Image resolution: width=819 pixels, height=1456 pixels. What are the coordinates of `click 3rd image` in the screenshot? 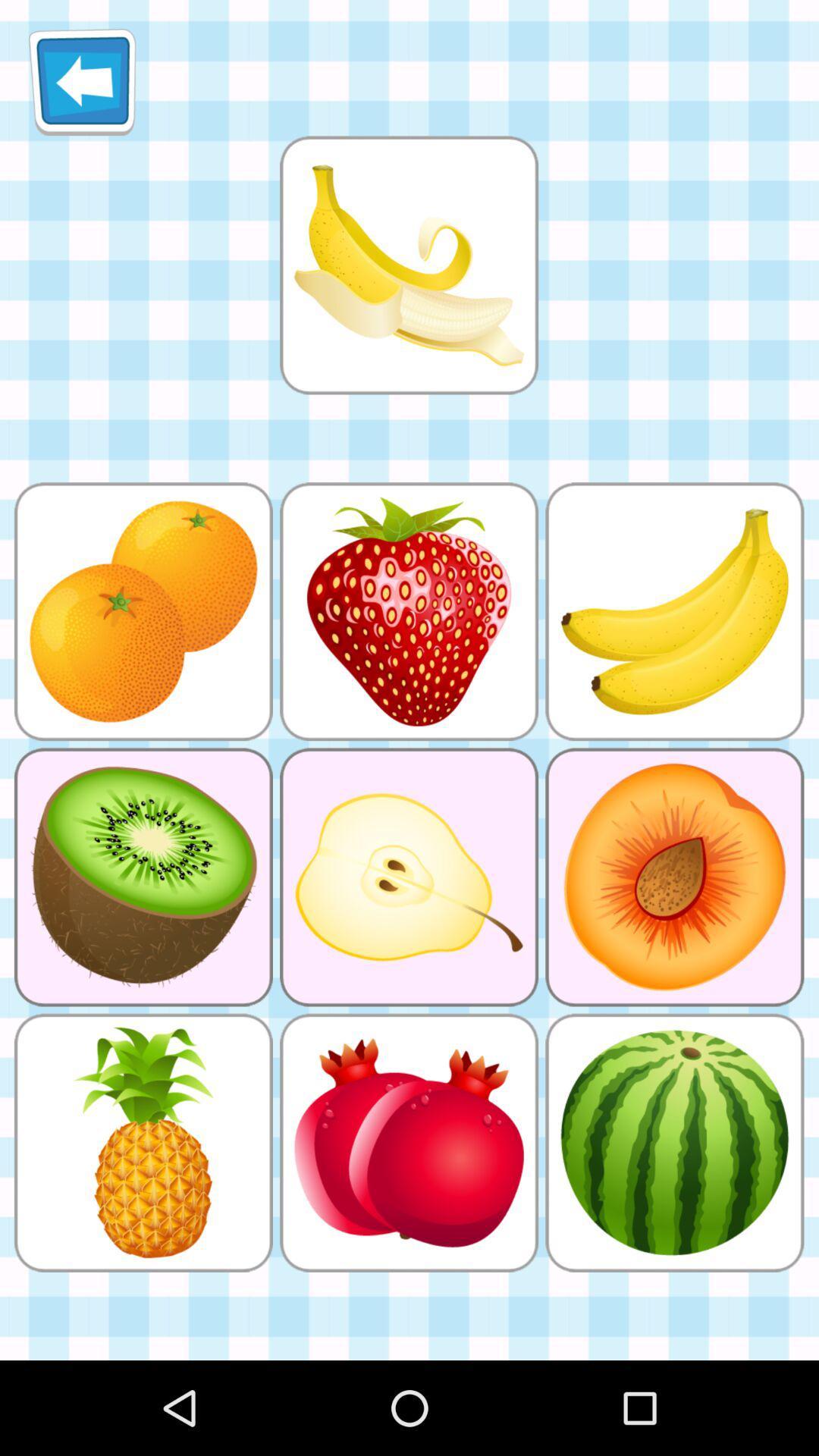 It's located at (408, 265).